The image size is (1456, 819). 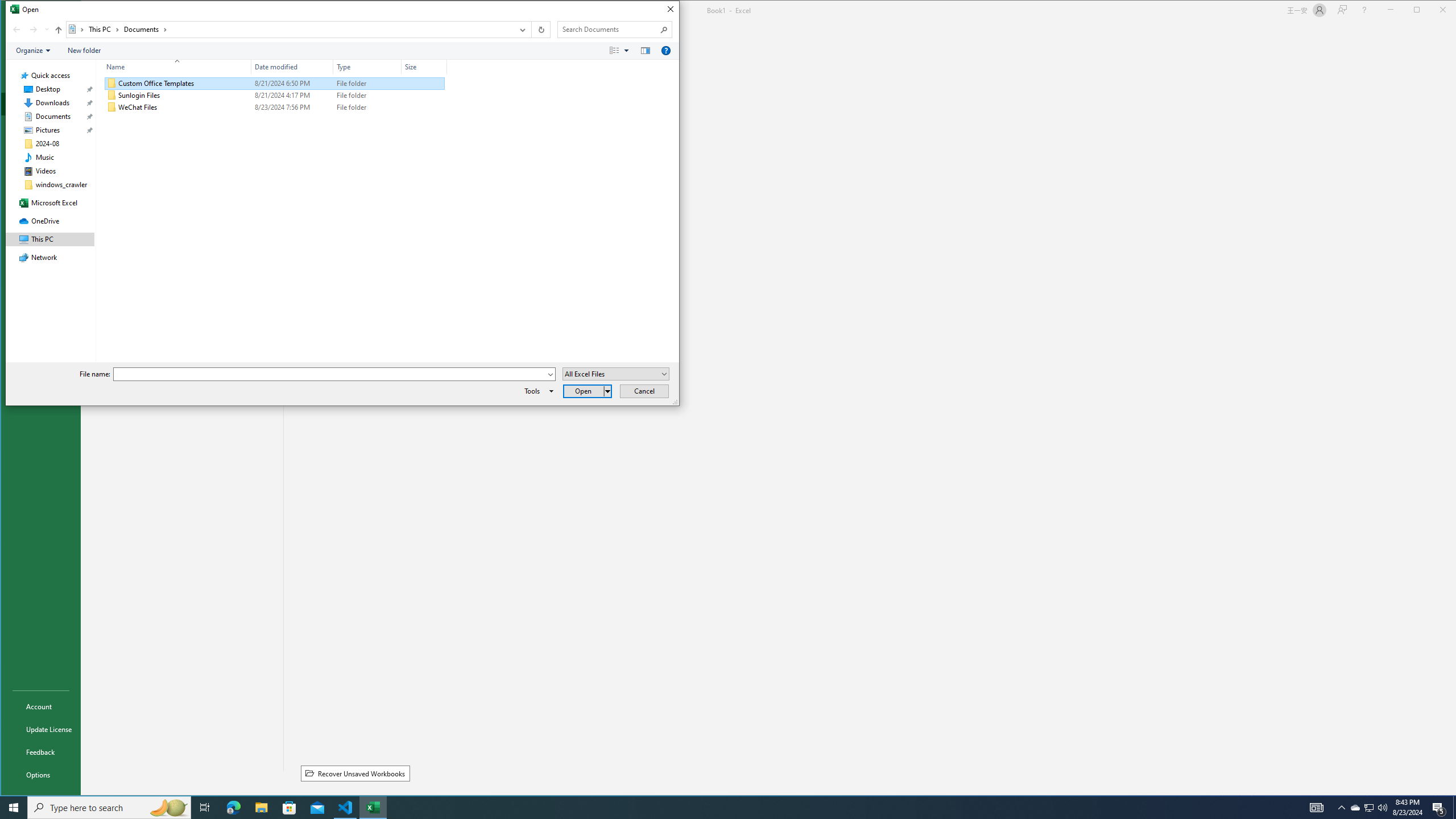 I want to click on 'Feedback', so click(x=40, y=751).